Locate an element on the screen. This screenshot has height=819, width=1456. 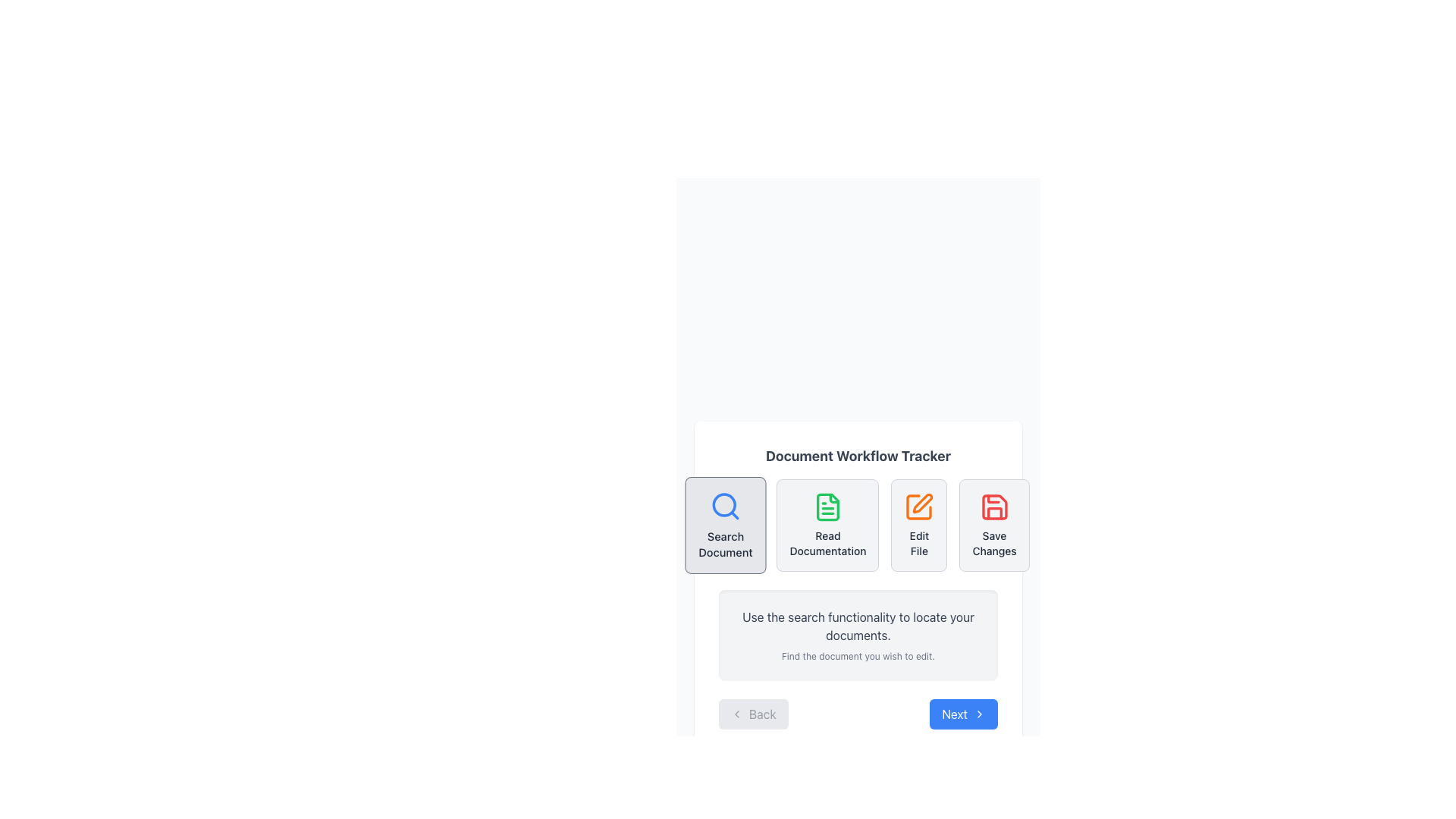
the orange pen icon representing the 'Edit File' button, which is located above the label 'Edit File' is located at coordinates (918, 507).